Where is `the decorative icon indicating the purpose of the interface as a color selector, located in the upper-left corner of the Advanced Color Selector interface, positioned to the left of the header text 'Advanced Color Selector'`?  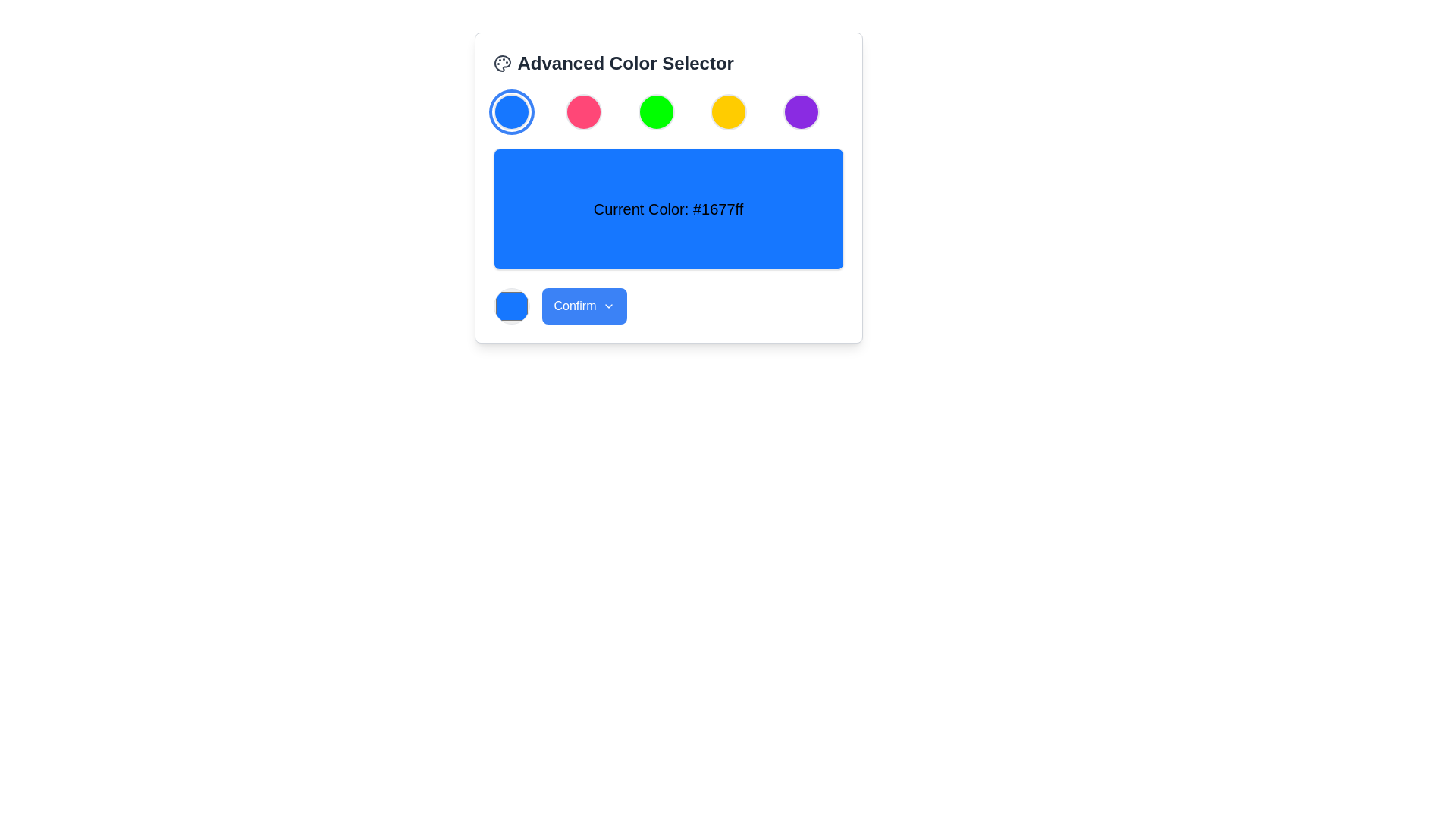
the decorative icon indicating the purpose of the interface as a color selector, located in the upper-left corner of the Advanced Color Selector interface, positioned to the left of the header text 'Advanced Color Selector' is located at coordinates (502, 63).